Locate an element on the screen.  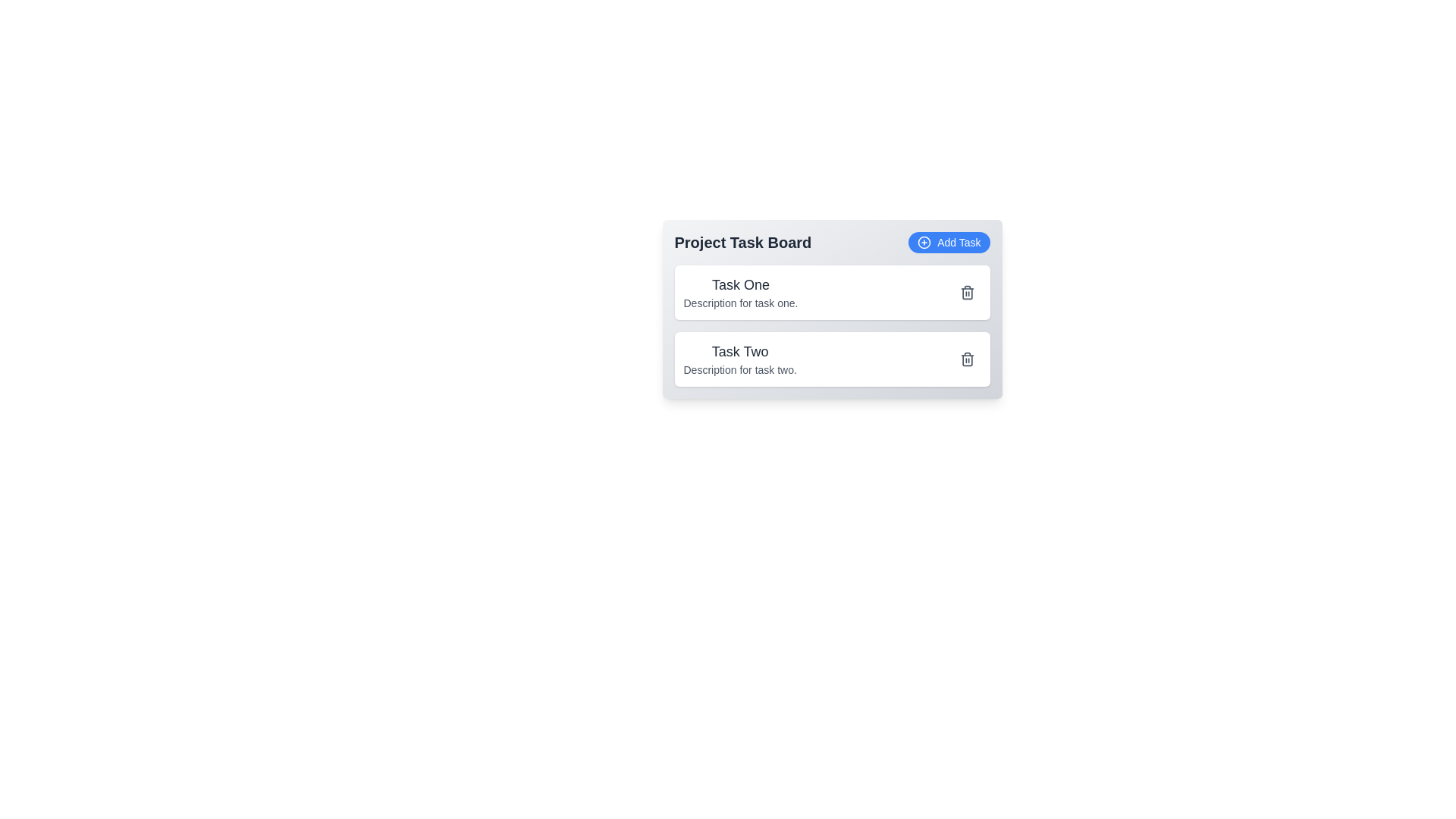
the descriptive subtitle text label for 'Task Two' is located at coordinates (740, 370).